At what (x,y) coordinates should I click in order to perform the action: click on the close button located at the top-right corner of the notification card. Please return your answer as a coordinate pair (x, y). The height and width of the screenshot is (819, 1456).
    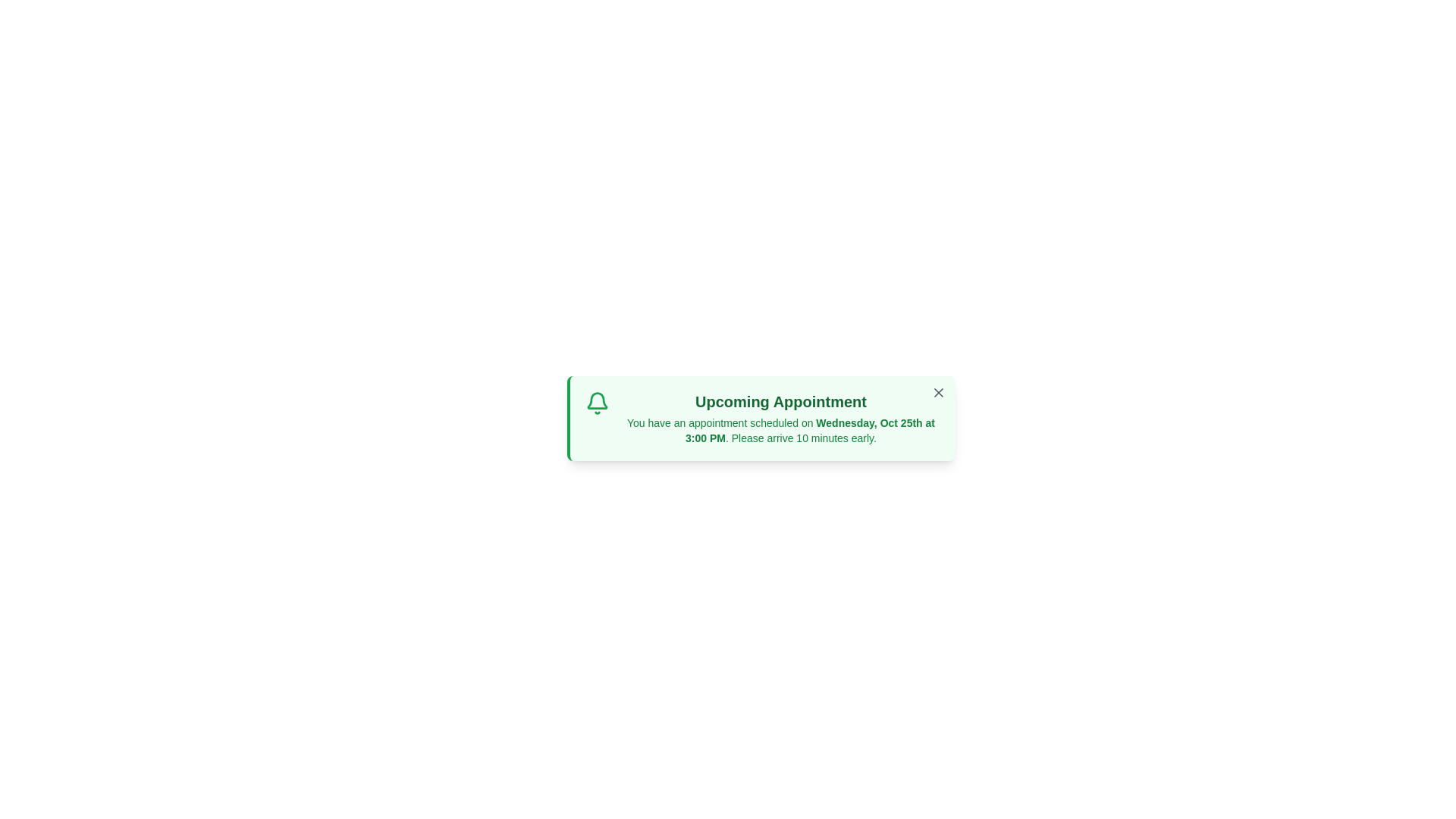
    Looking at the image, I should click on (938, 391).